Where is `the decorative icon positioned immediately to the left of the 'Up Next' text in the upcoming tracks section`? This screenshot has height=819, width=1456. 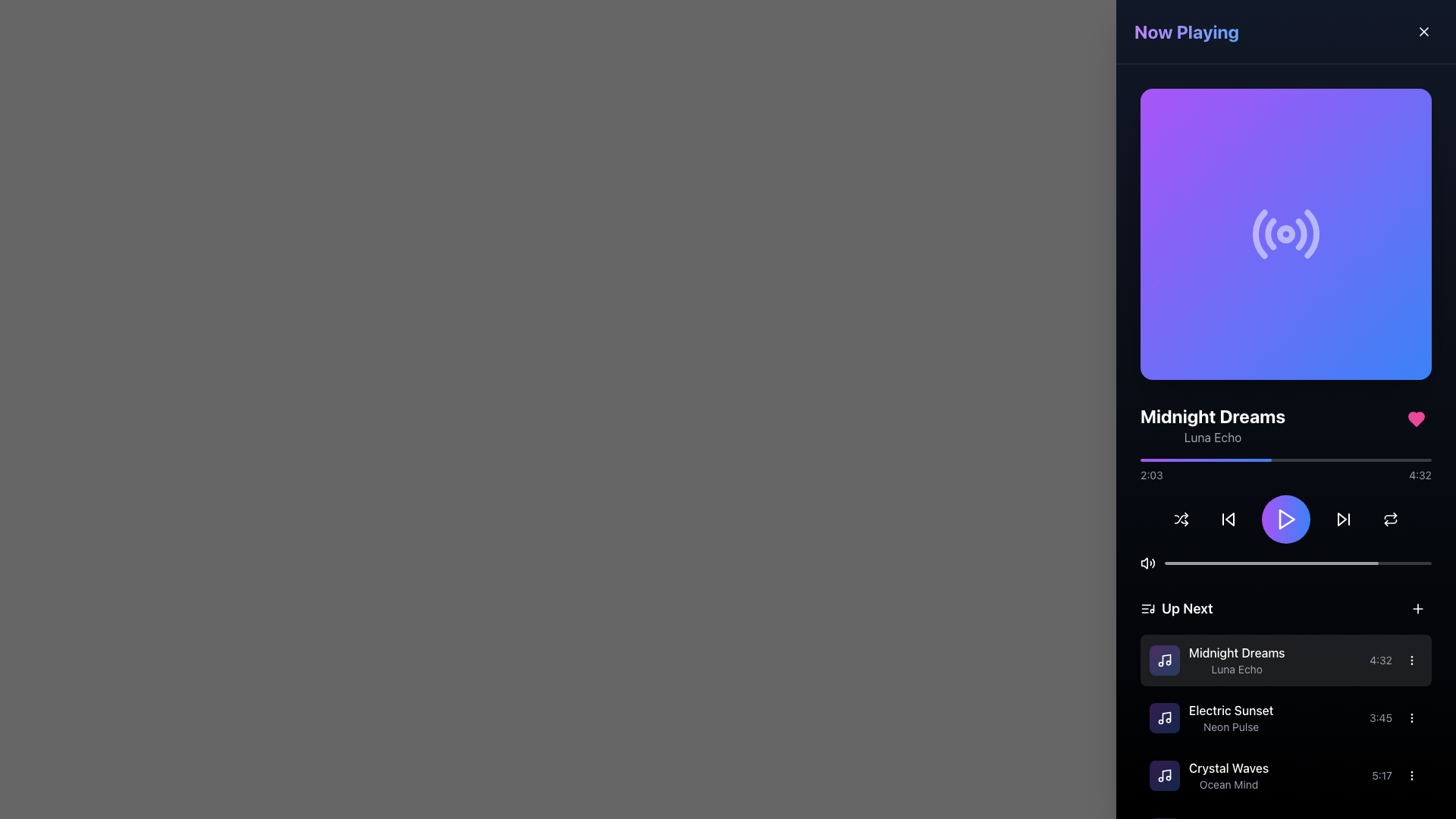 the decorative icon positioned immediately to the left of the 'Up Next' text in the upcoming tracks section is located at coordinates (1147, 607).